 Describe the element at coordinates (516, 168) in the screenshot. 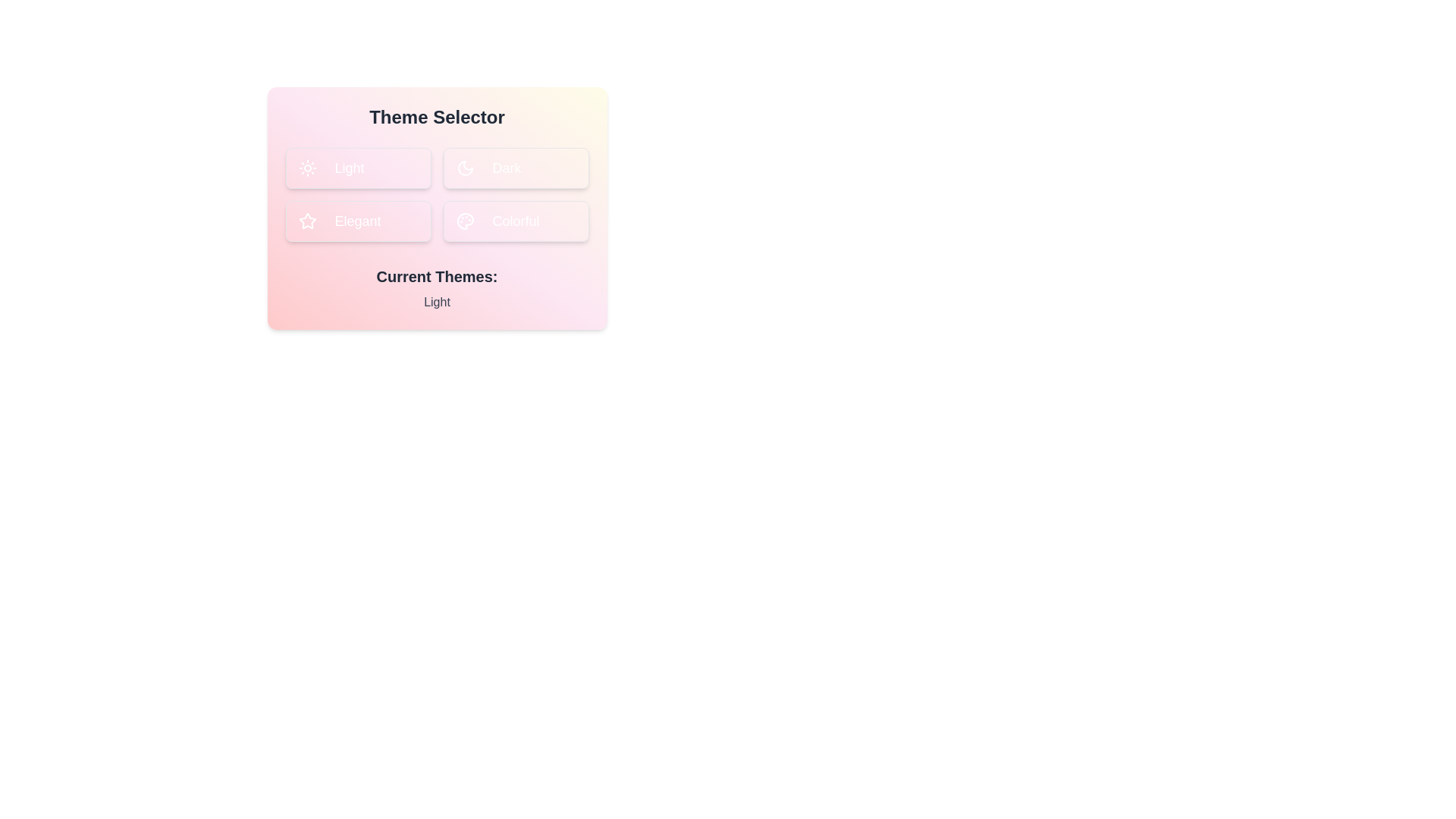

I see `the 'Dark' theme button located in the second column of the 2x2 grid layout under the 'Theme Selector' section` at that location.